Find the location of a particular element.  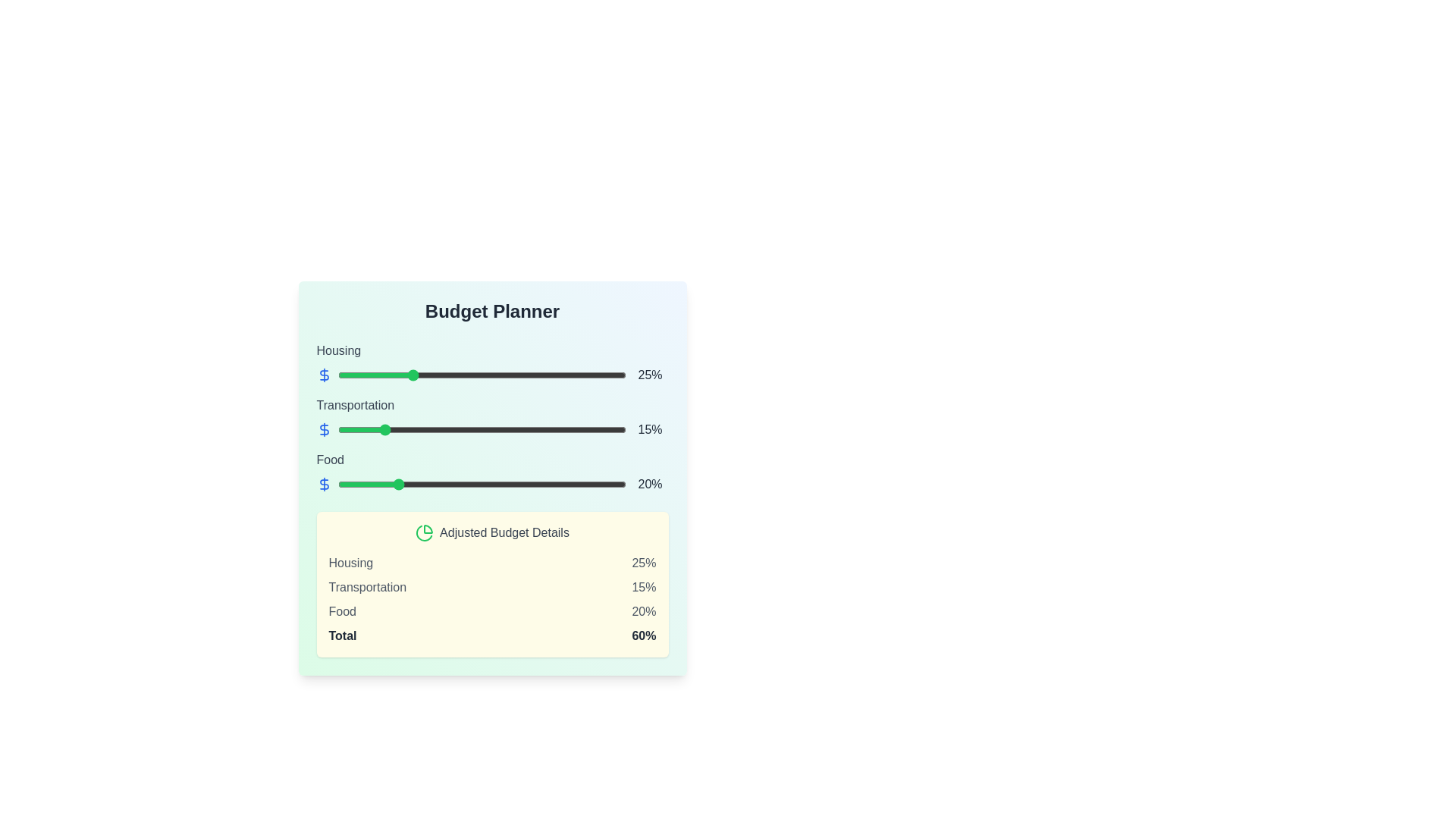

the housing budget percentage is located at coordinates (343, 375).